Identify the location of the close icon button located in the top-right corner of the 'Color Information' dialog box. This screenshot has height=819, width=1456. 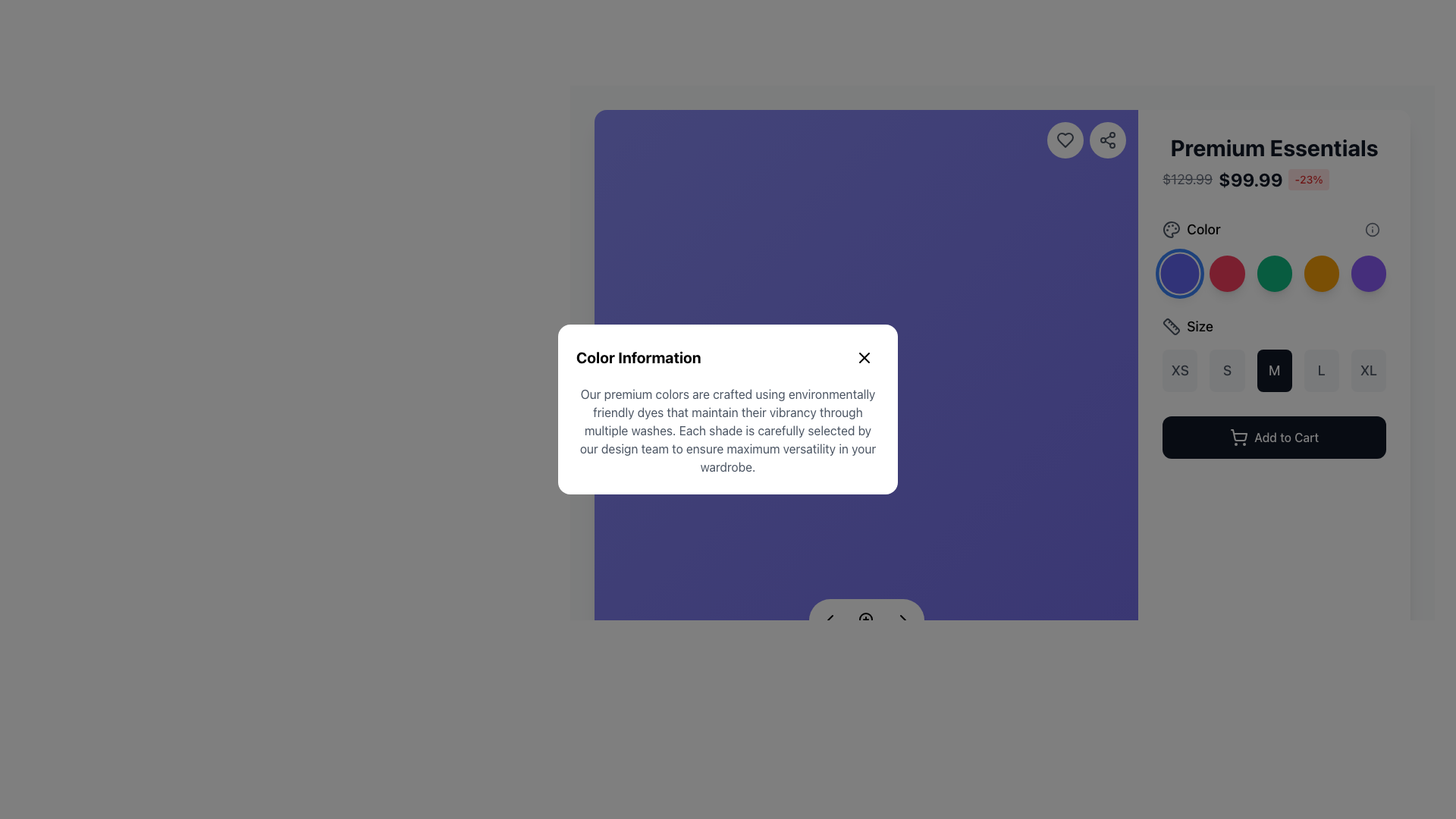
(864, 357).